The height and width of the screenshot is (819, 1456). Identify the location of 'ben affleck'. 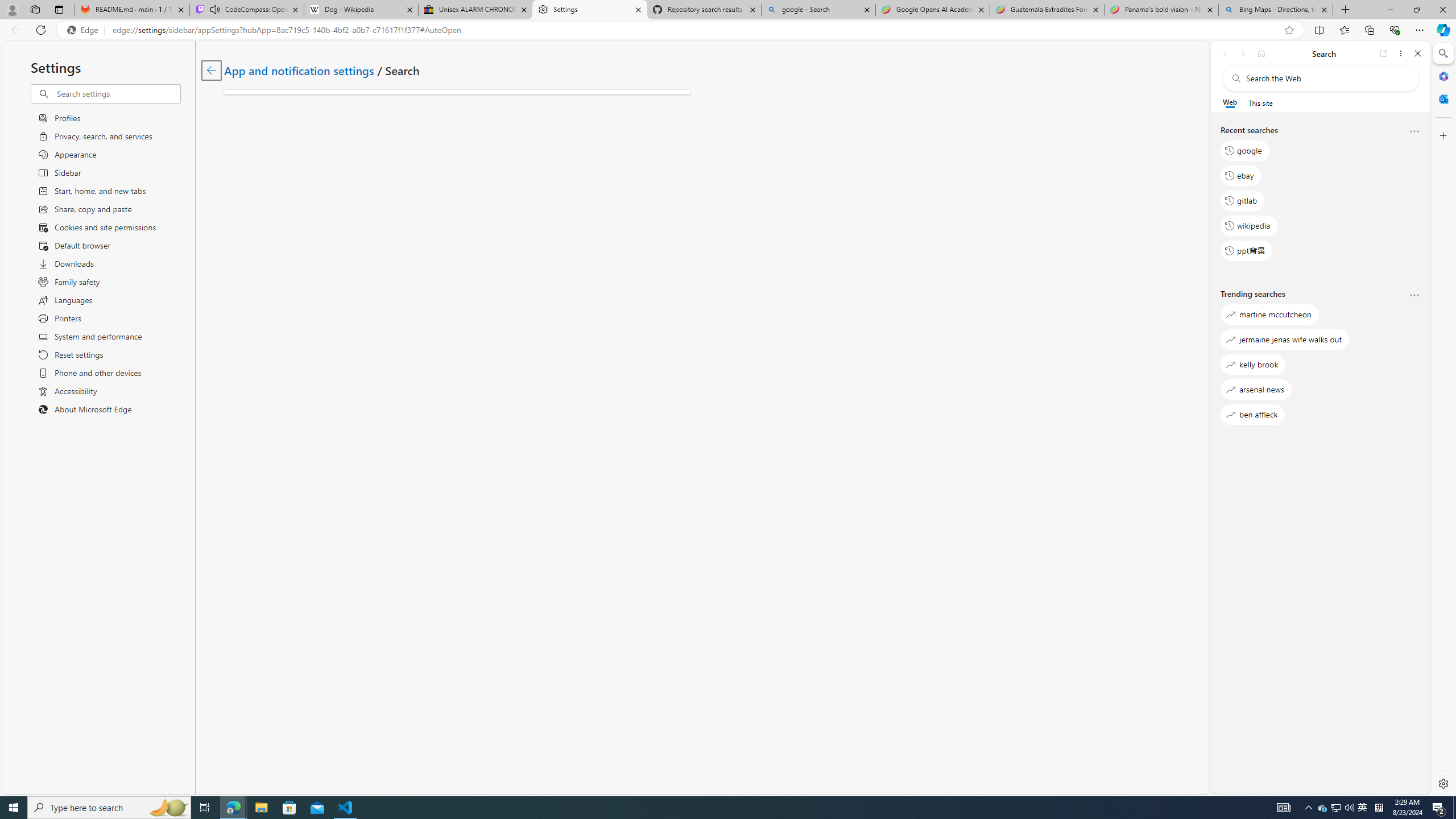
(1252, 414).